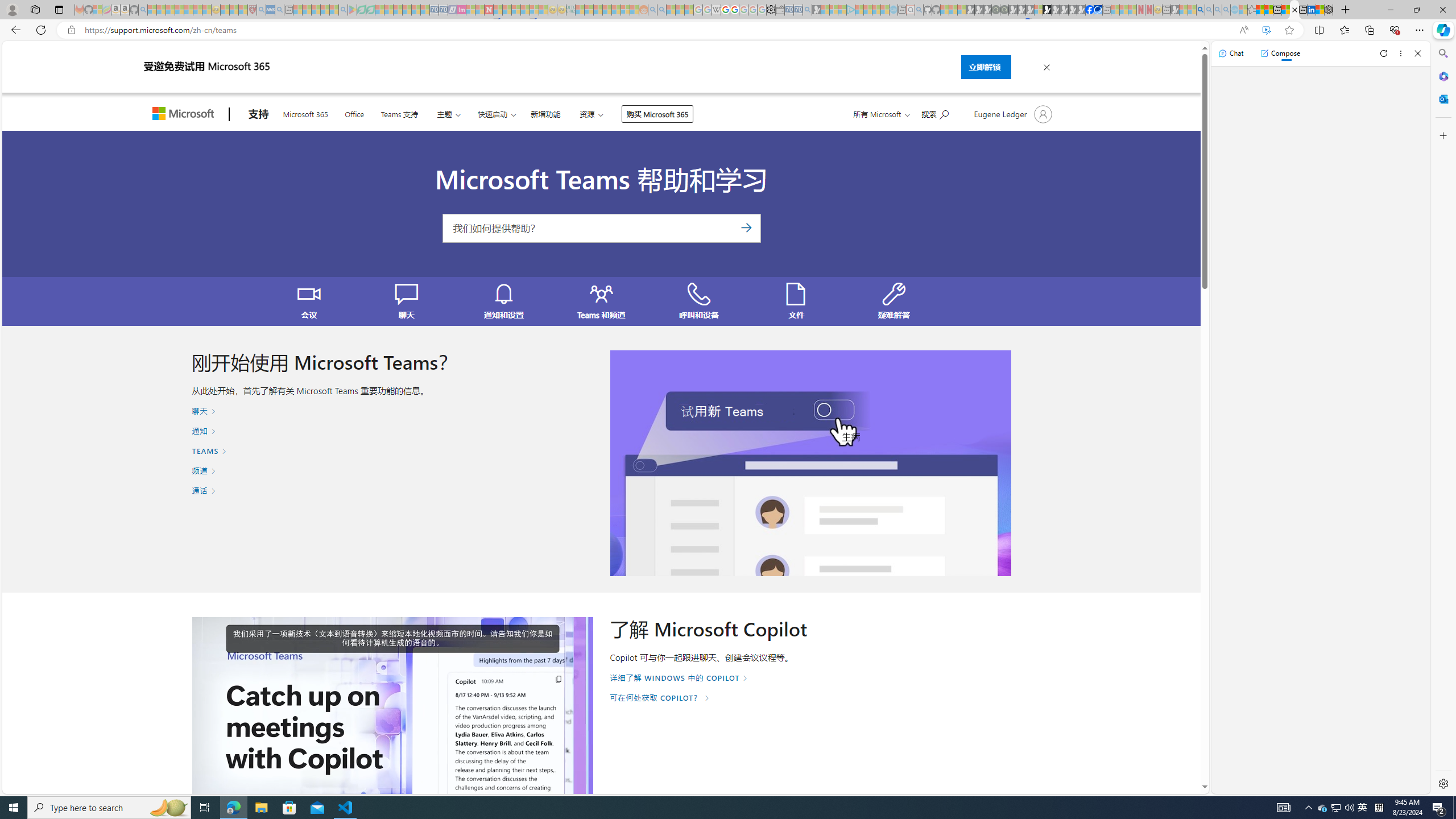  Describe the element at coordinates (169, 9) in the screenshot. I see `'The Weather Channel - MSN - Sleeping'` at that location.